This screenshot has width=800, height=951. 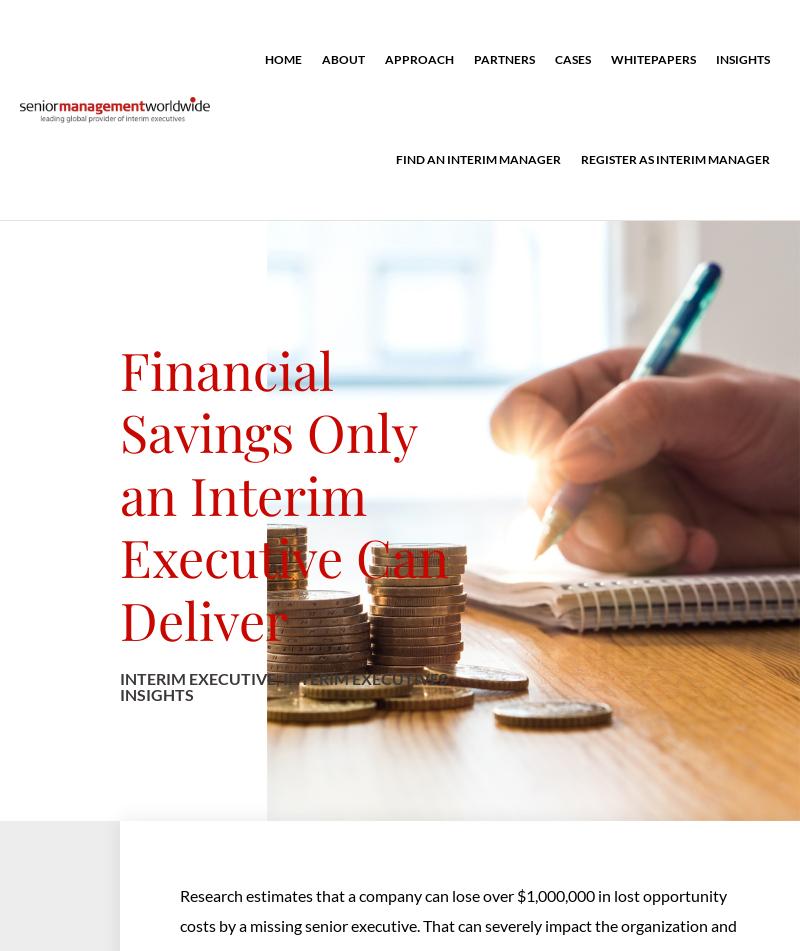 What do you see at coordinates (343, 59) in the screenshot?
I see `'About'` at bounding box center [343, 59].